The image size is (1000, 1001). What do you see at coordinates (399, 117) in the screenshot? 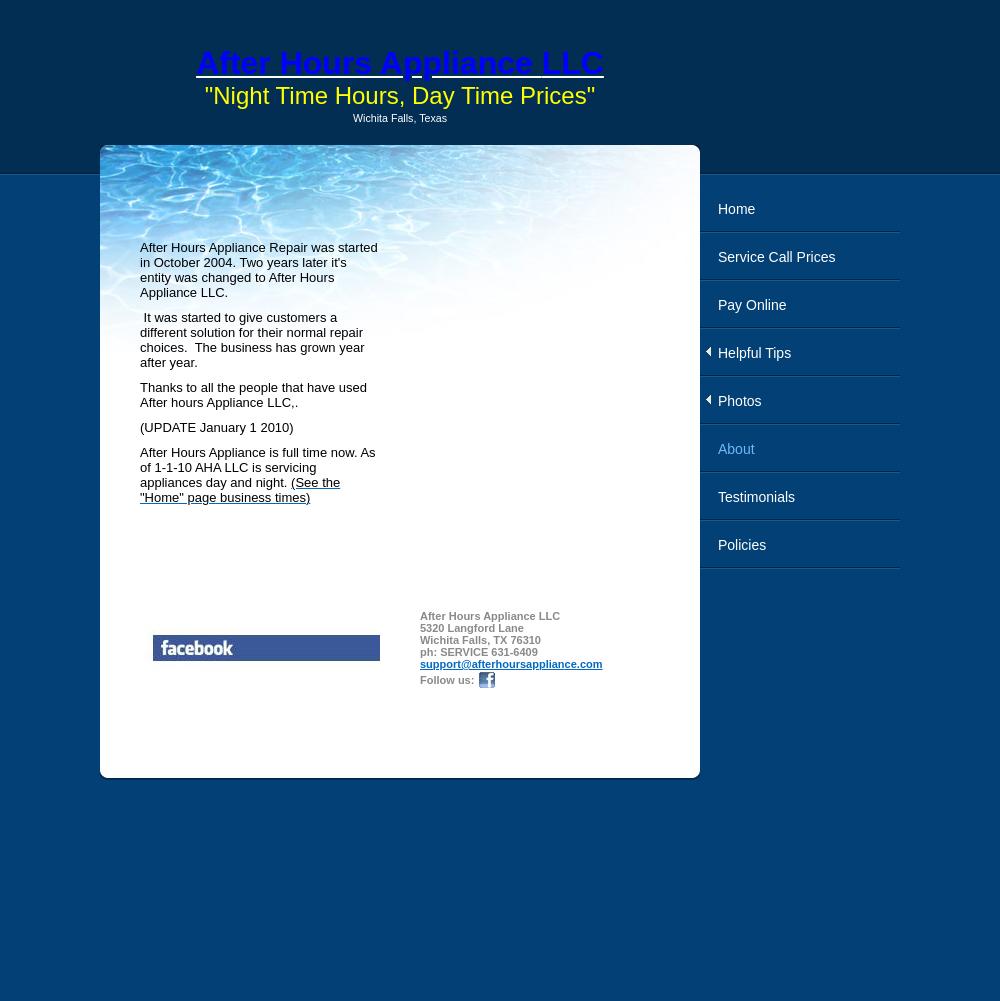
I see `'Wichita Falls, Texas'` at bounding box center [399, 117].